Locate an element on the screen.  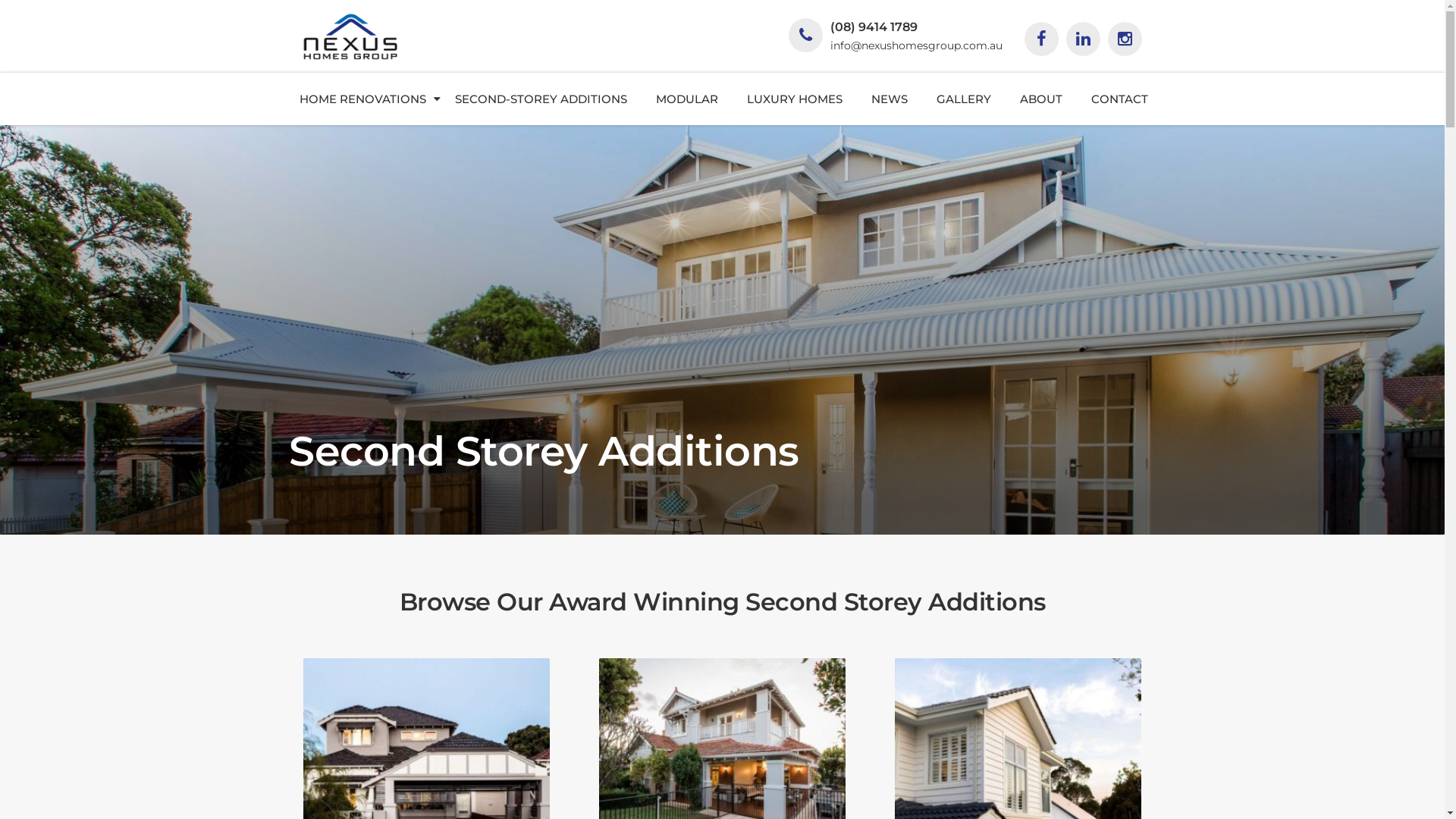
'NEWS' is located at coordinates (889, 99).